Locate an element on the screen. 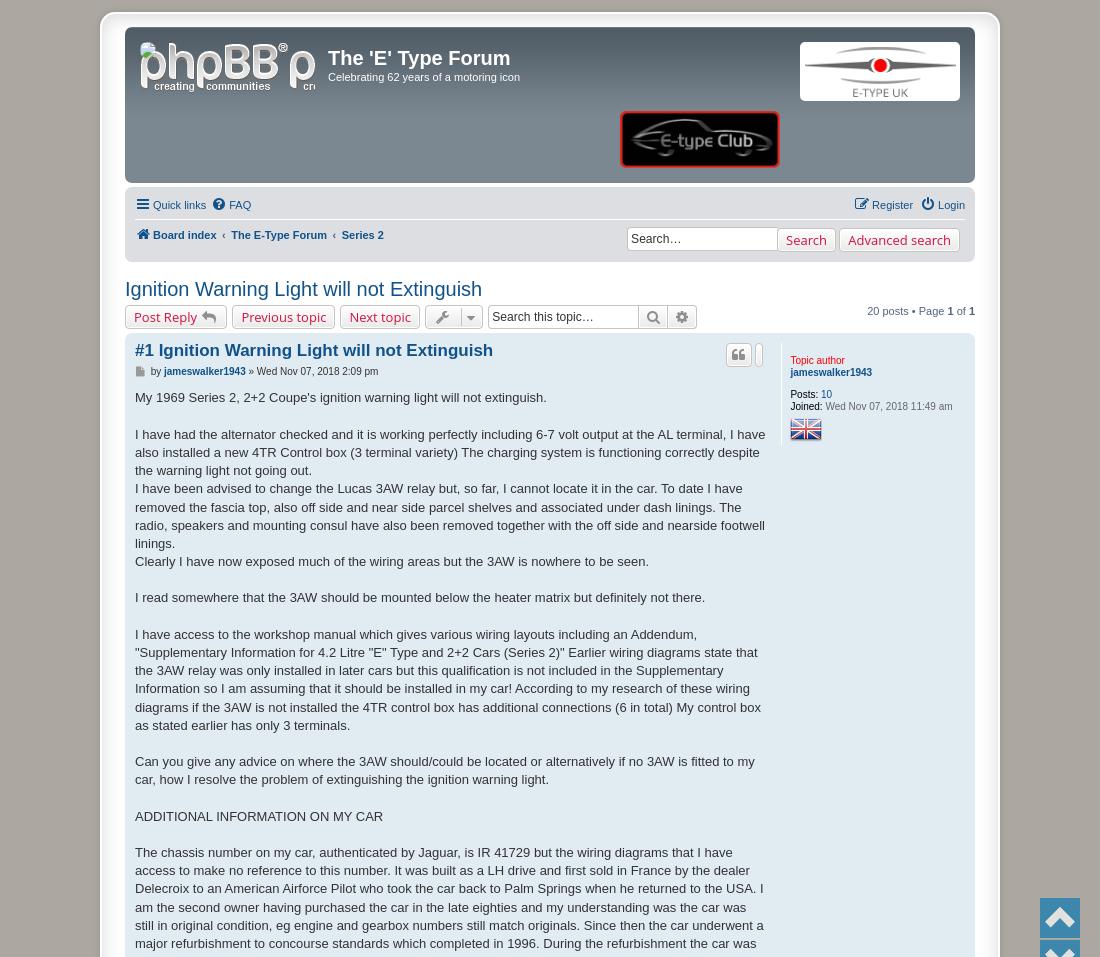 The width and height of the screenshot is (1100, 957). 'Board index' is located at coordinates (183, 232).